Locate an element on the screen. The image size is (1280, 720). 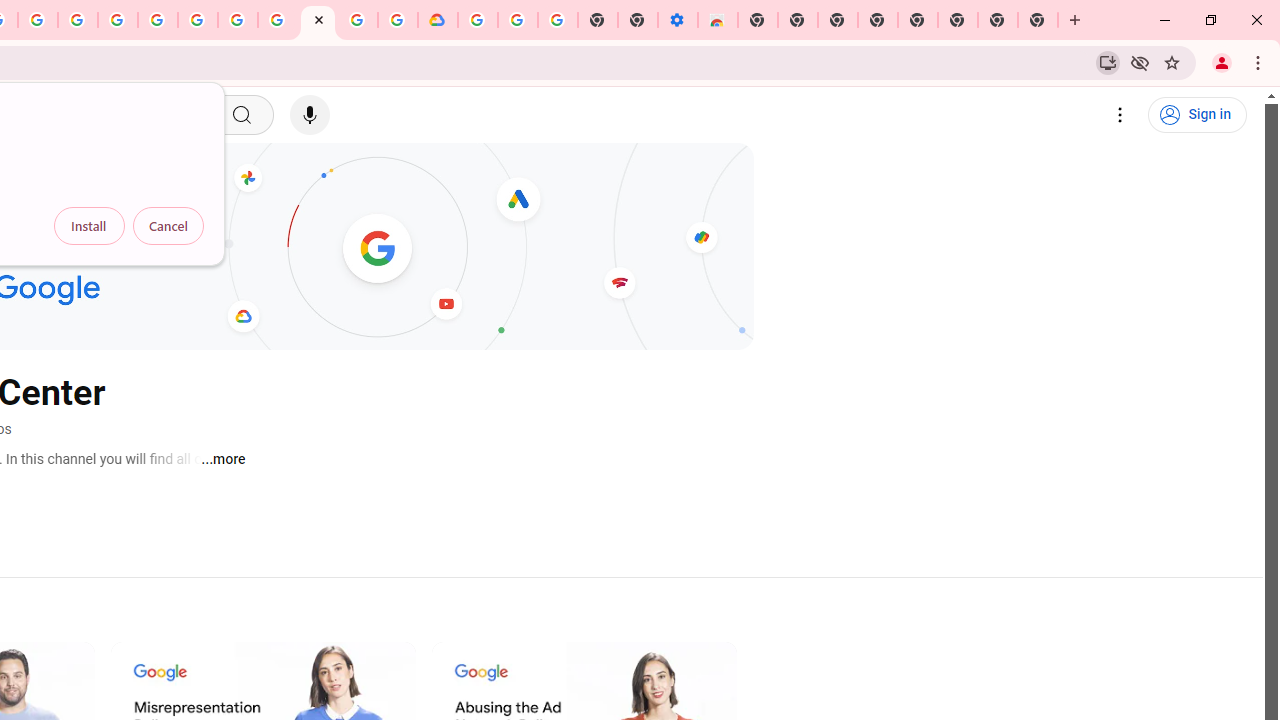
'Browse the Google Chrome Community - Google Chrome Community' is located at coordinates (398, 20).